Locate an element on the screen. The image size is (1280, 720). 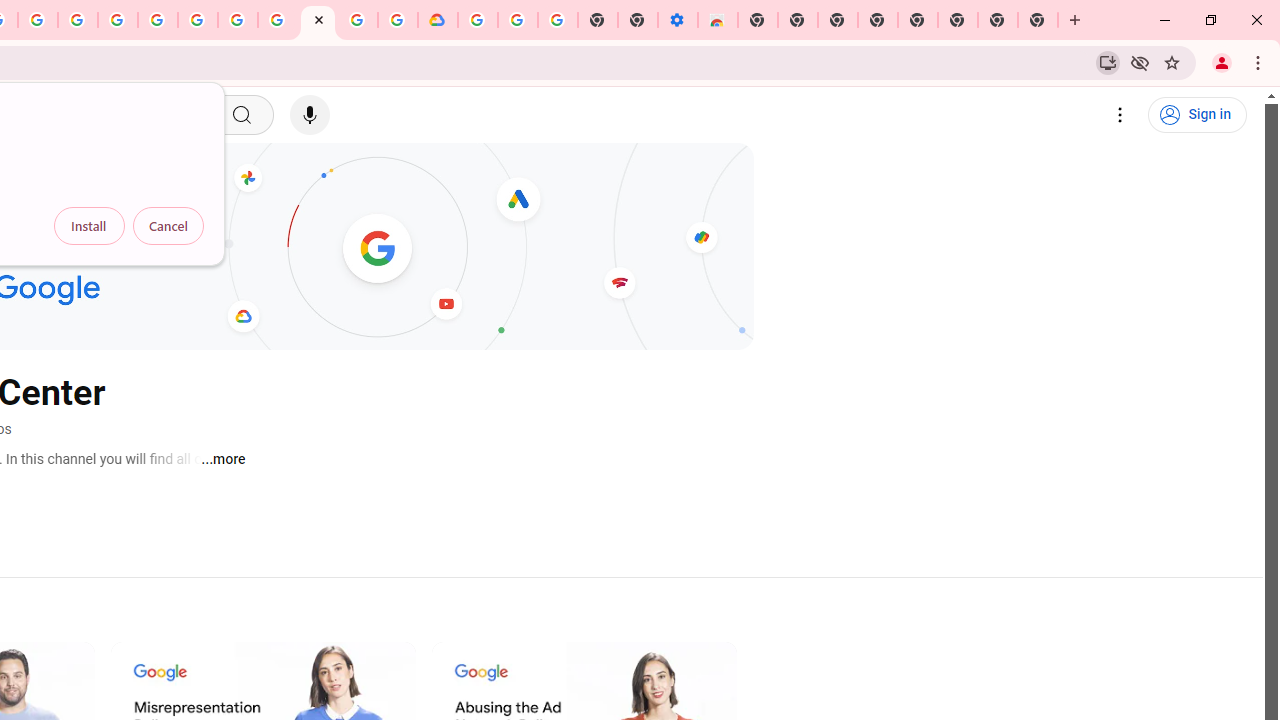
'Browse the Google Chrome Community - Google Chrome Community' is located at coordinates (398, 20).